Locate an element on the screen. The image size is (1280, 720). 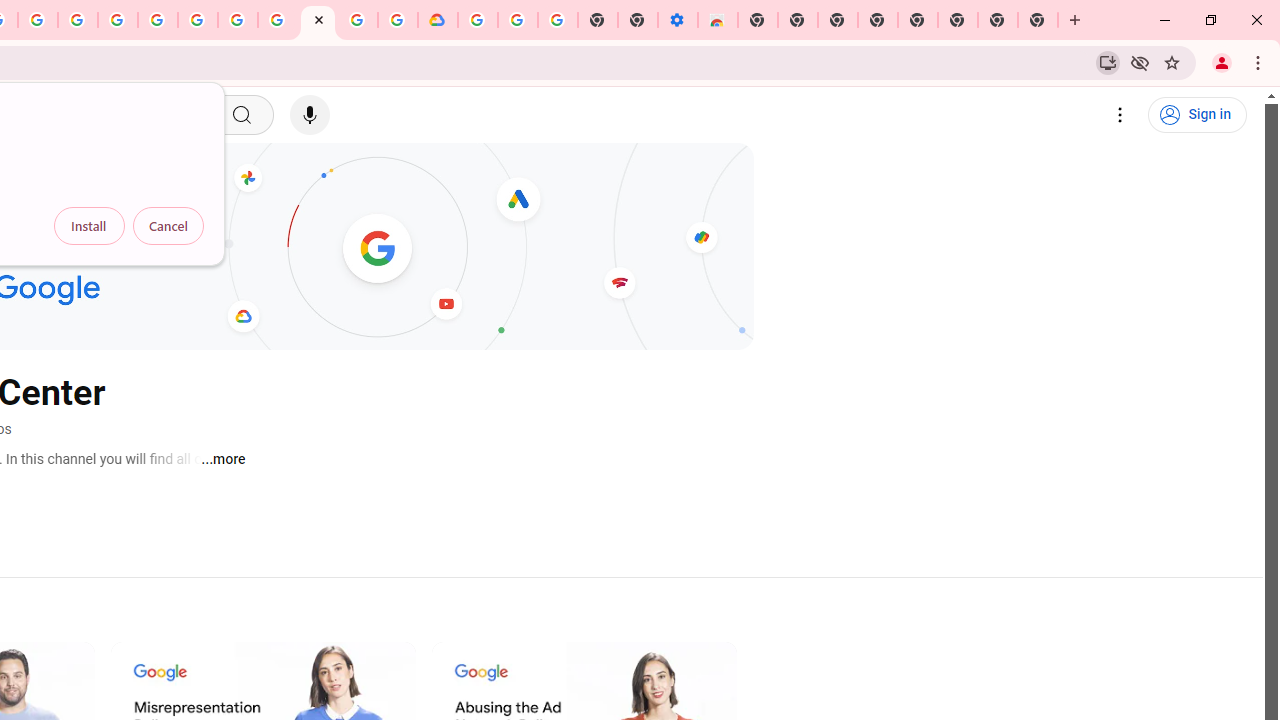
'Browse the Google Chrome Community - Google Chrome Community' is located at coordinates (398, 20).